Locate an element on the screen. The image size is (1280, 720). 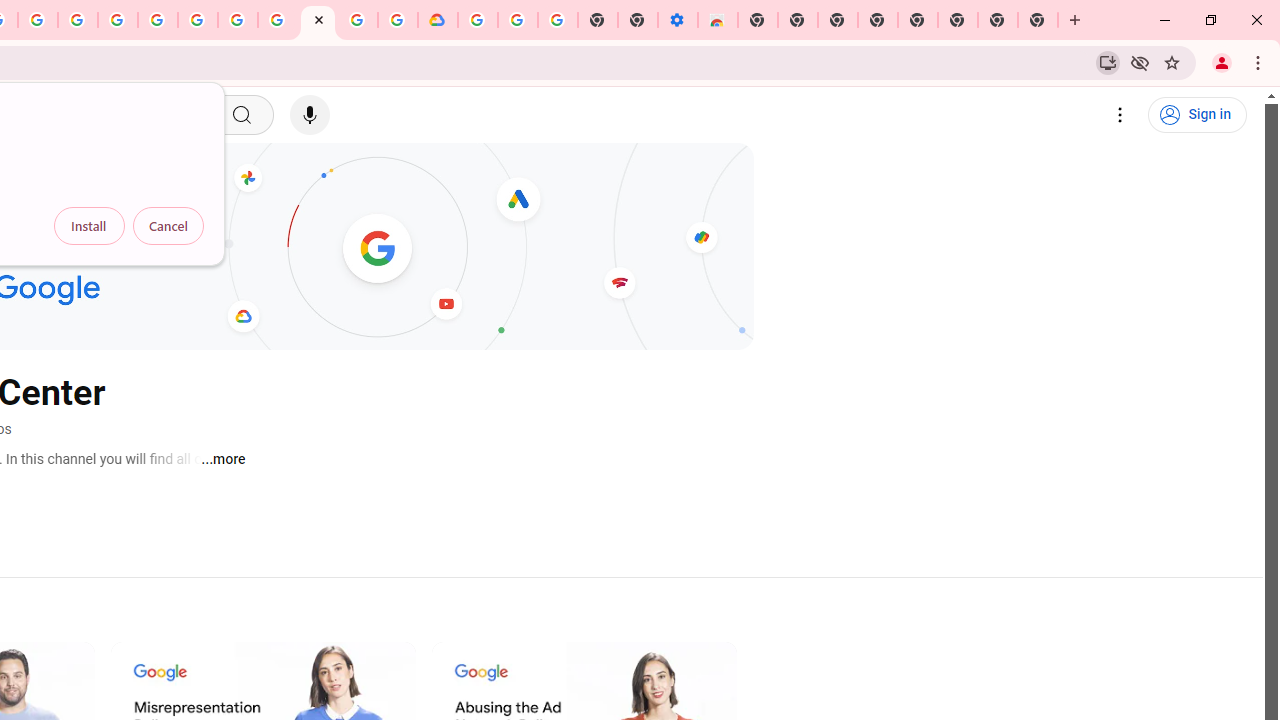
'Browse the Google Chrome Community - Google Chrome Community' is located at coordinates (398, 20).